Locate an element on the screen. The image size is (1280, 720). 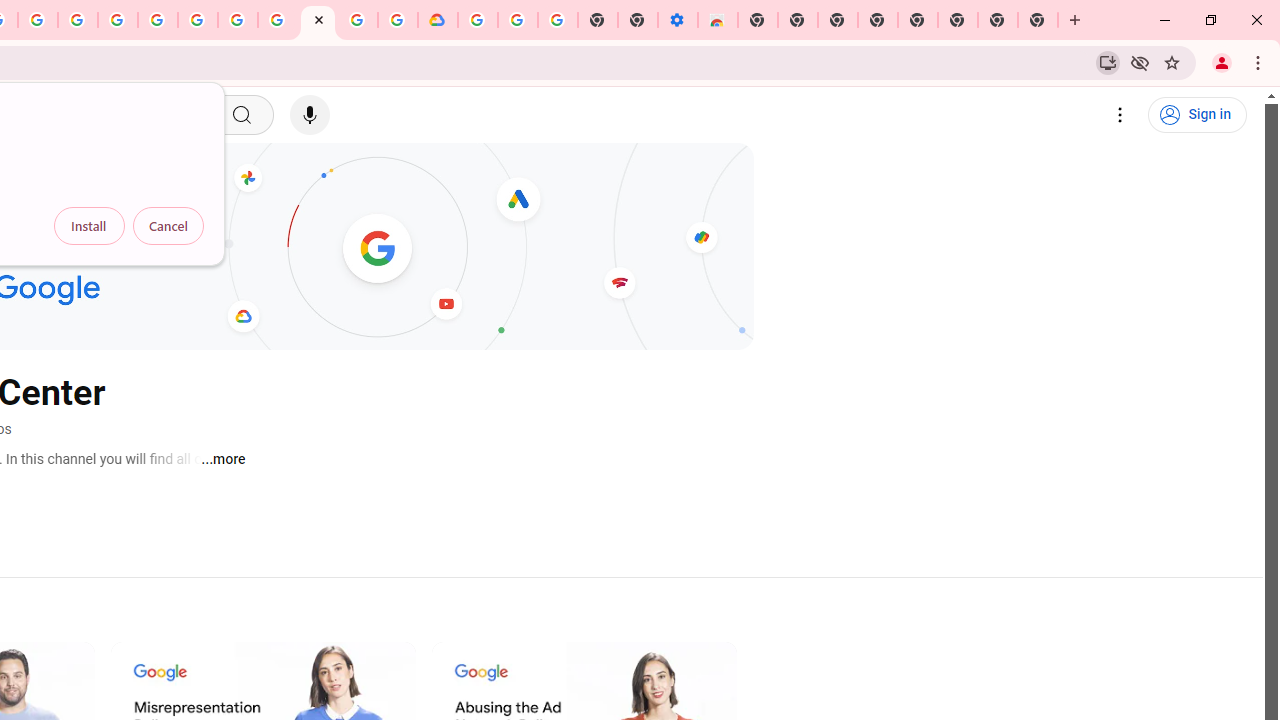
'Browse the Google Chrome Community - Google Chrome Community' is located at coordinates (398, 20).